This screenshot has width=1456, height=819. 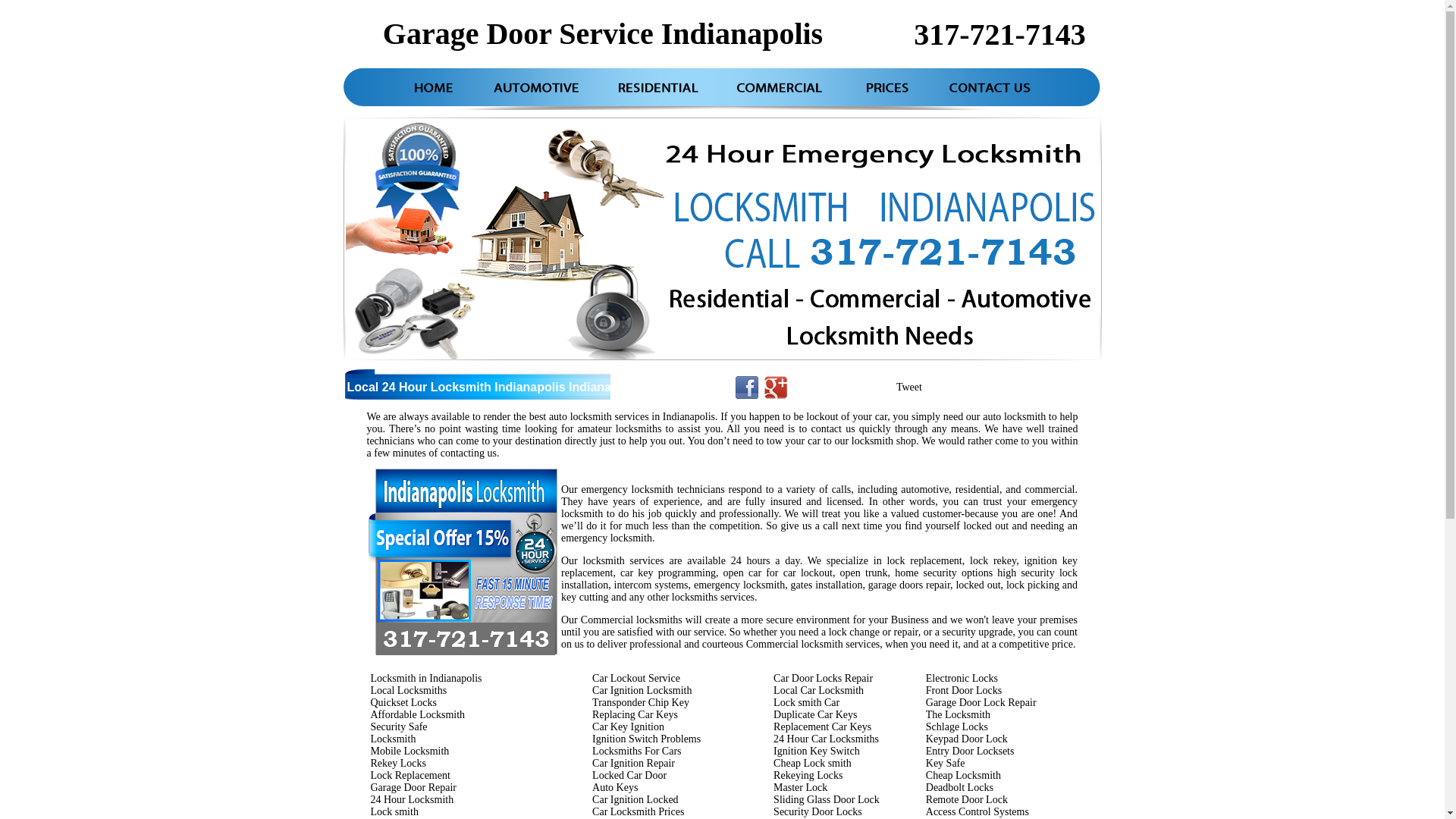 What do you see at coordinates (999, 34) in the screenshot?
I see `'317-721-7143'` at bounding box center [999, 34].